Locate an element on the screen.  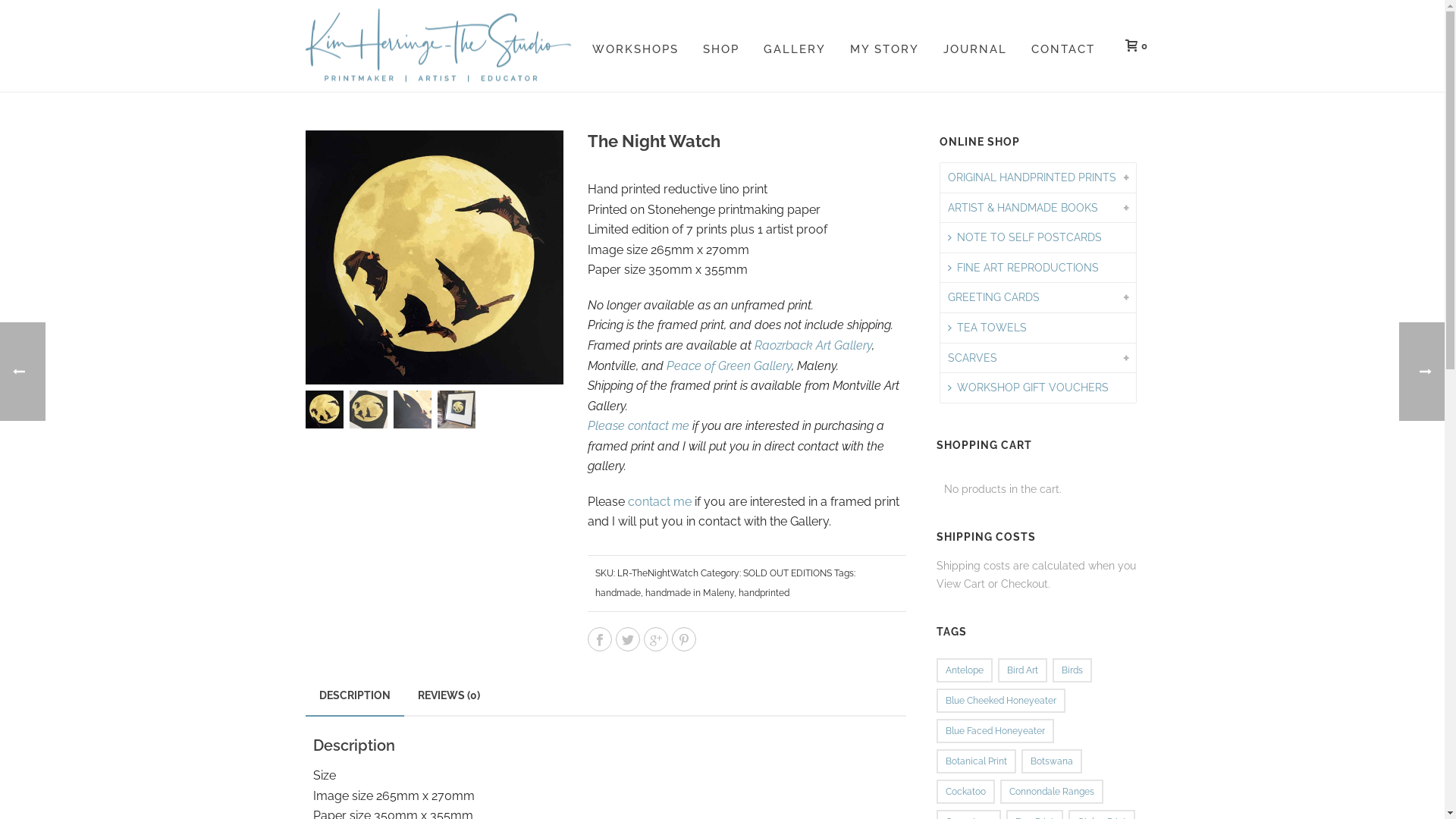
'handprinted' is located at coordinates (739, 592).